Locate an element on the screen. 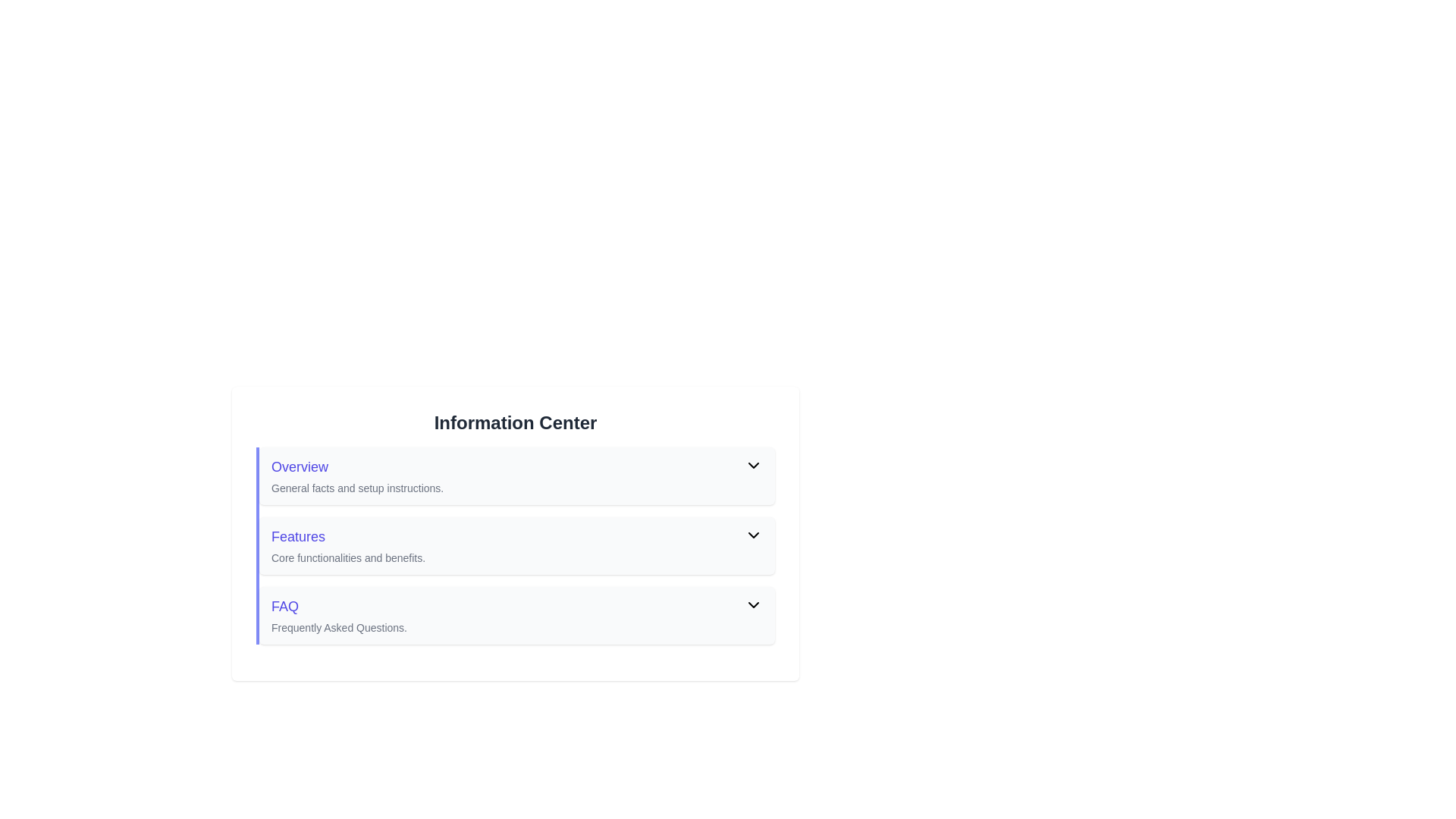 The width and height of the screenshot is (1456, 819). the Dropdown toggle icon located to the far right of the 'Overview' section header in the 'Information Center' panel is located at coordinates (753, 464).